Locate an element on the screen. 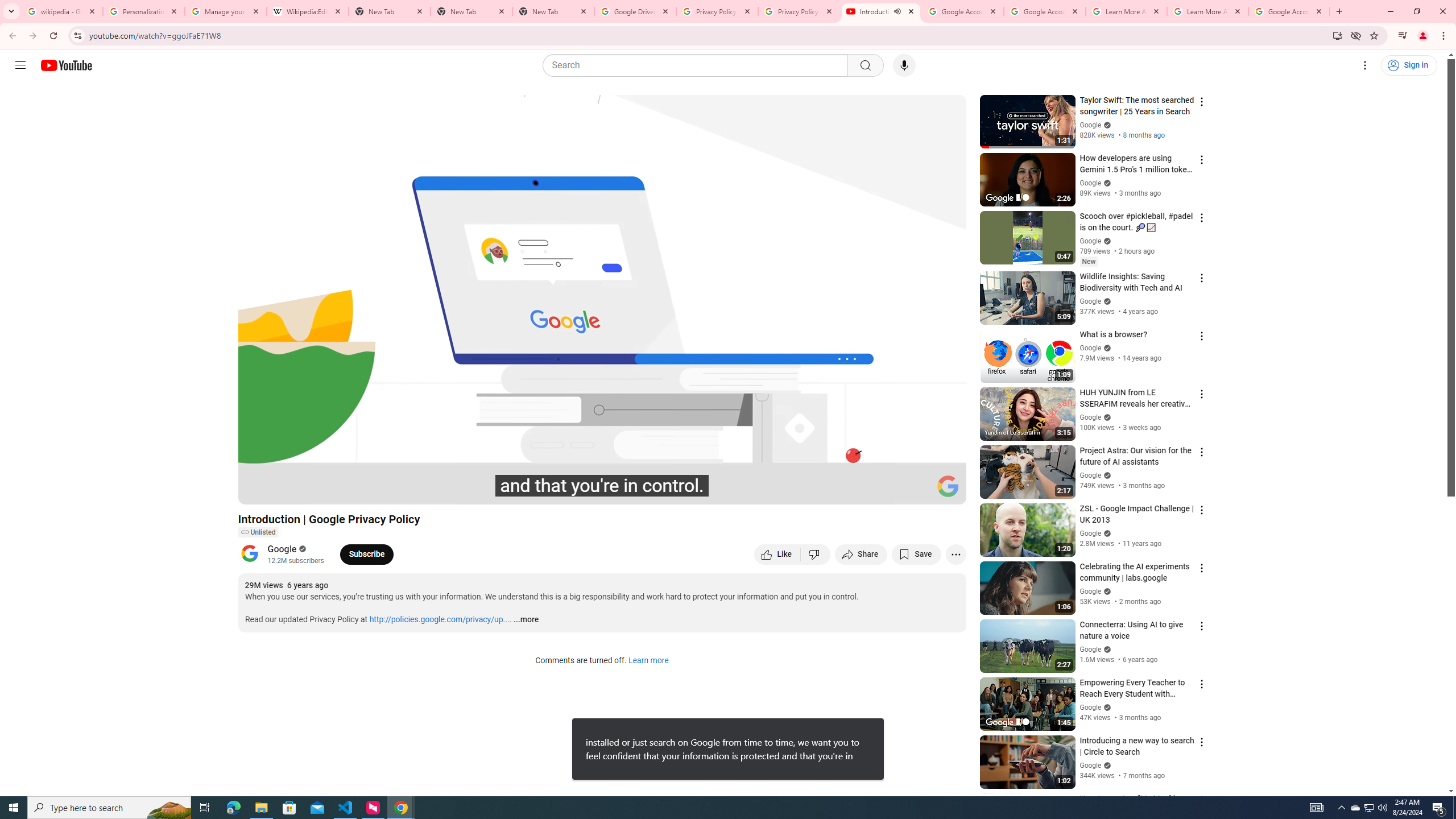  'Unlisted' is located at coordinates (257, 532).